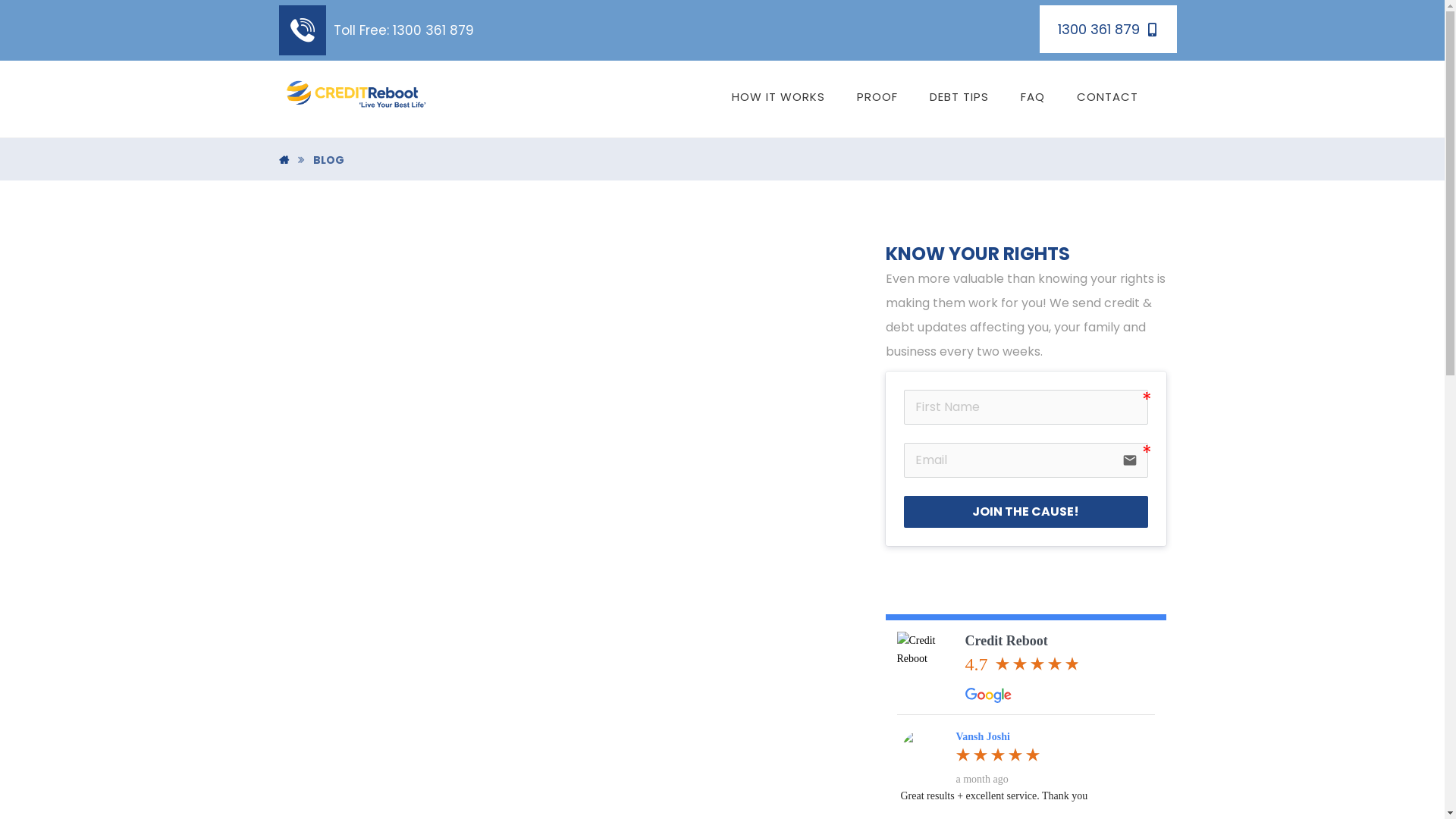 The image size is (1456, 819). I want to click on 'Credit Reboot', so click(926, 661).